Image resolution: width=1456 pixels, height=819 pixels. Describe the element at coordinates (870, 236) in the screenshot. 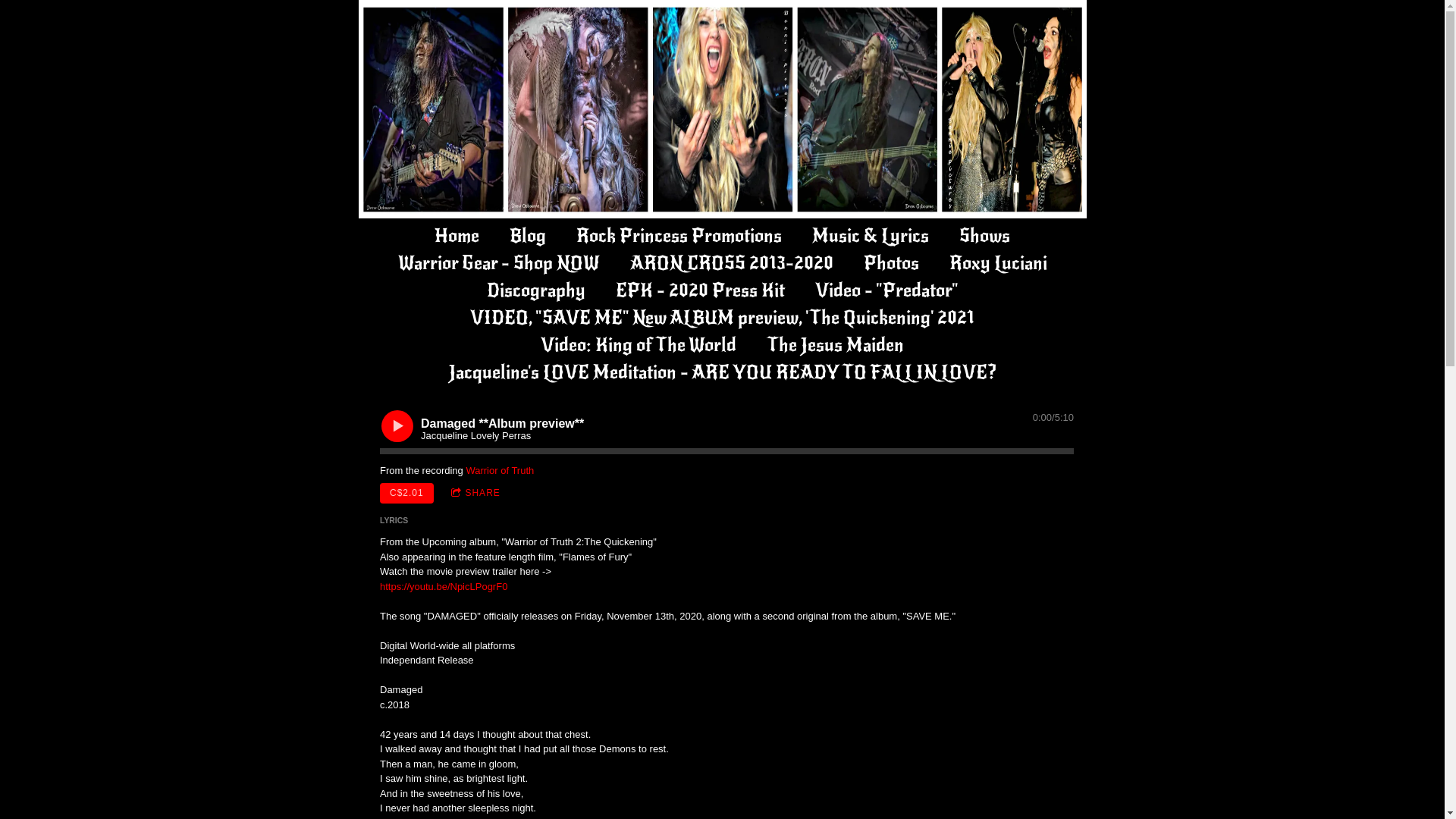

I see `'Music & Lyrics'` at that location.